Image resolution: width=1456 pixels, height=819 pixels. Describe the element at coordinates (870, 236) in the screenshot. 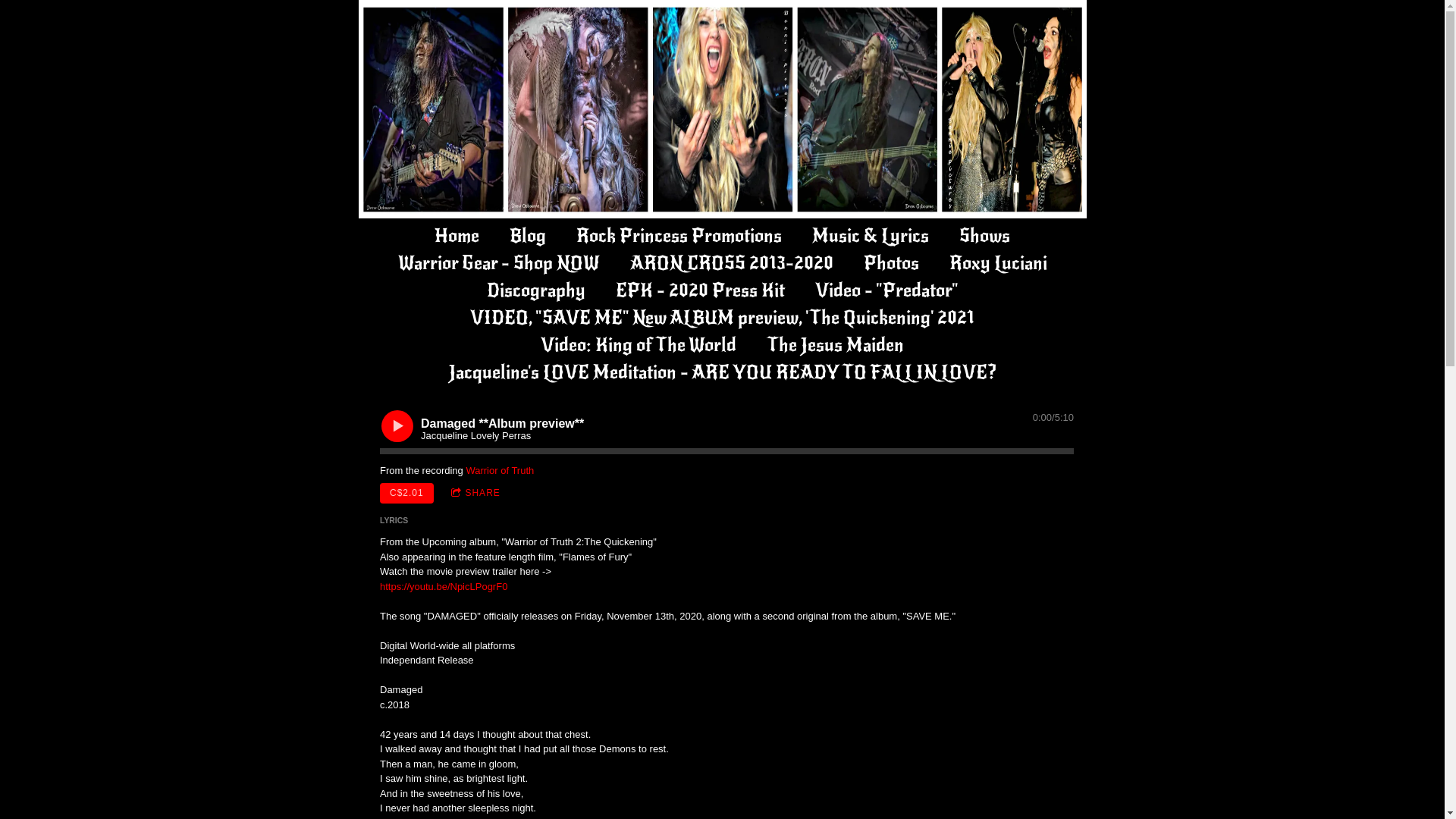

I see `'Music & Lyrics'` at that location.